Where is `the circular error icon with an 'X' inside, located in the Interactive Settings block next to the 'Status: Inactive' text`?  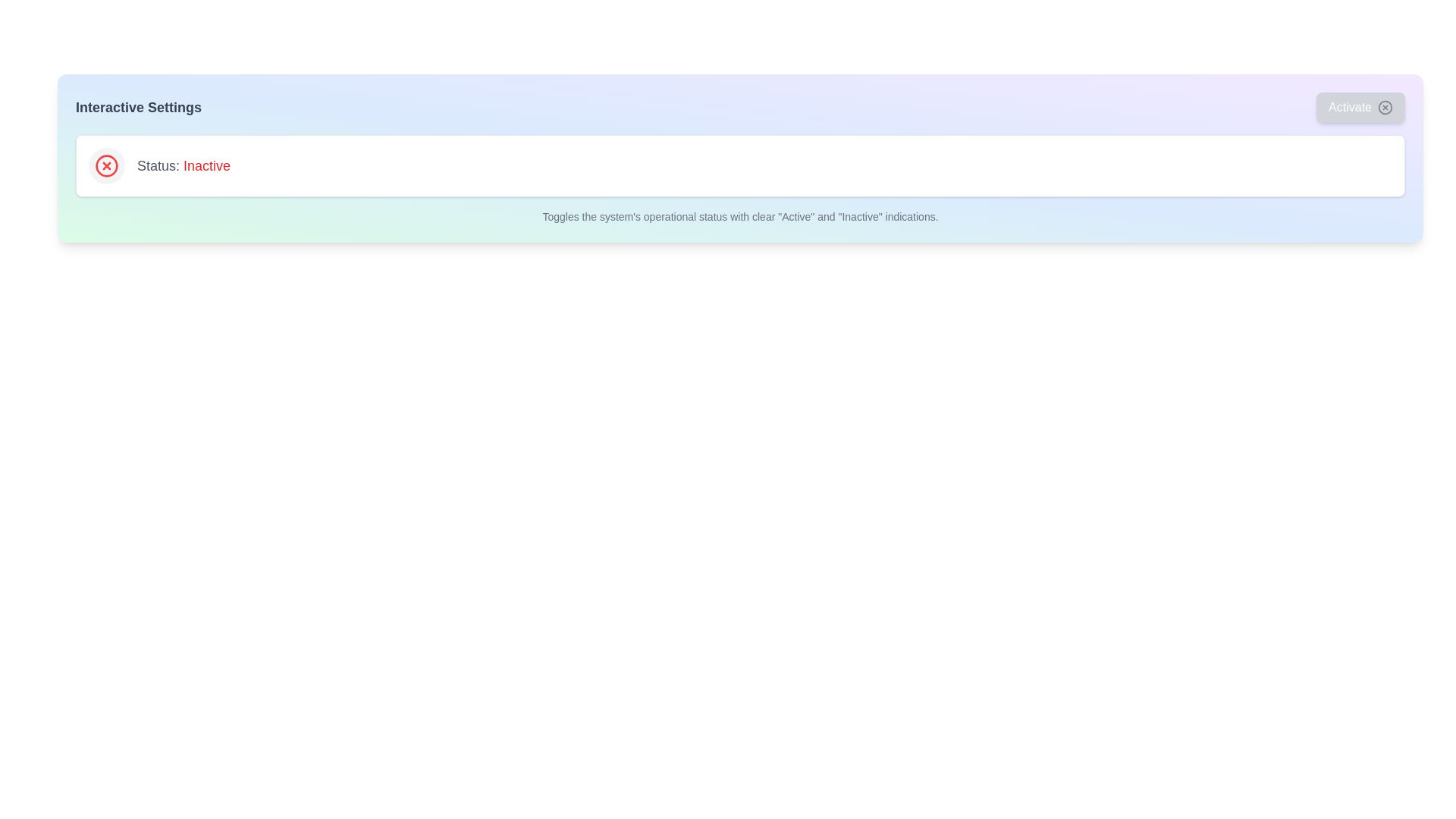
the circular error icon with an 'X' inside, located in the Interactive Settings block next to the 'Status: Inactive' text is located at coordinates (105, 166).